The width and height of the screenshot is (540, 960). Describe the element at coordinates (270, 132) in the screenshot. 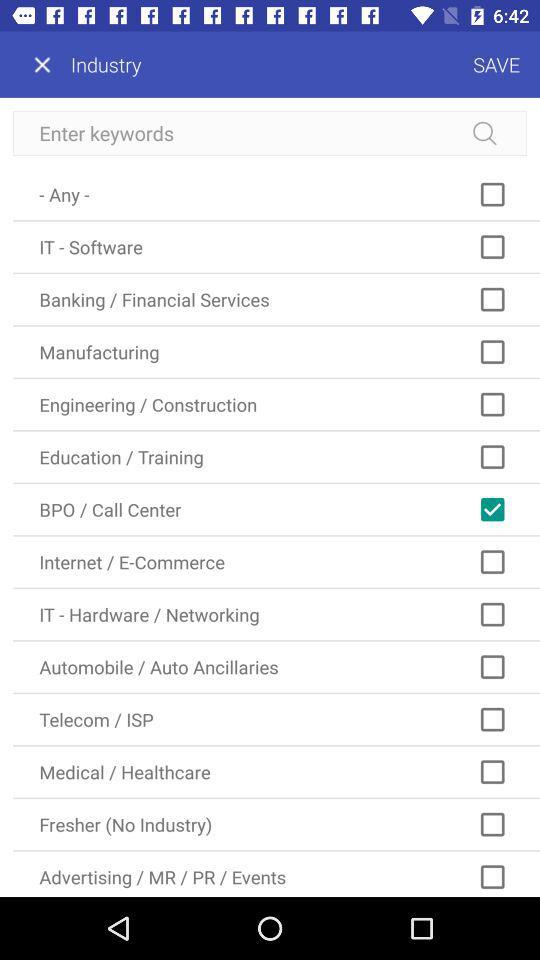

I see `search keywords` at that location.